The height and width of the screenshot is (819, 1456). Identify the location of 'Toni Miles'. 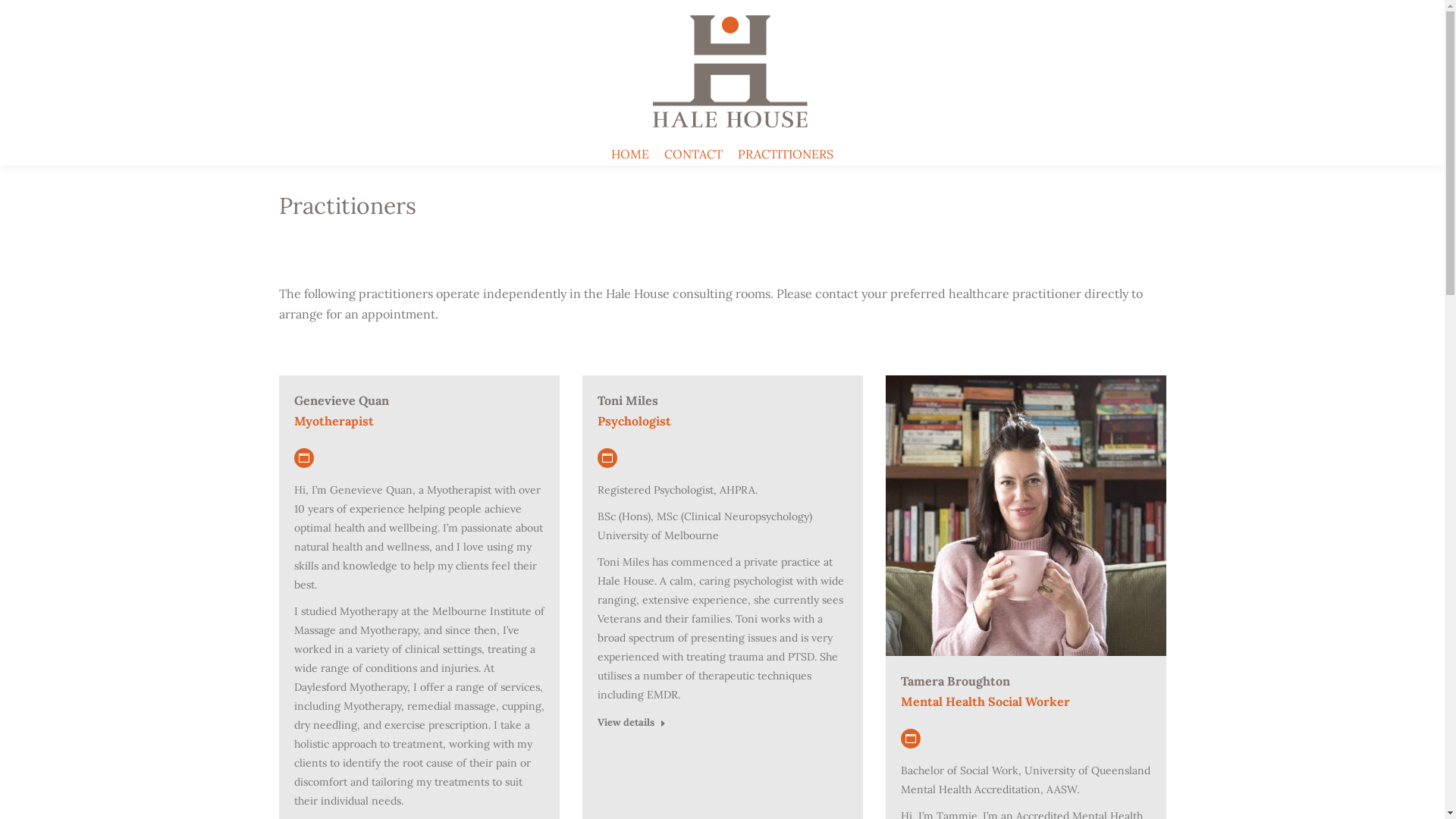
(628, 400).